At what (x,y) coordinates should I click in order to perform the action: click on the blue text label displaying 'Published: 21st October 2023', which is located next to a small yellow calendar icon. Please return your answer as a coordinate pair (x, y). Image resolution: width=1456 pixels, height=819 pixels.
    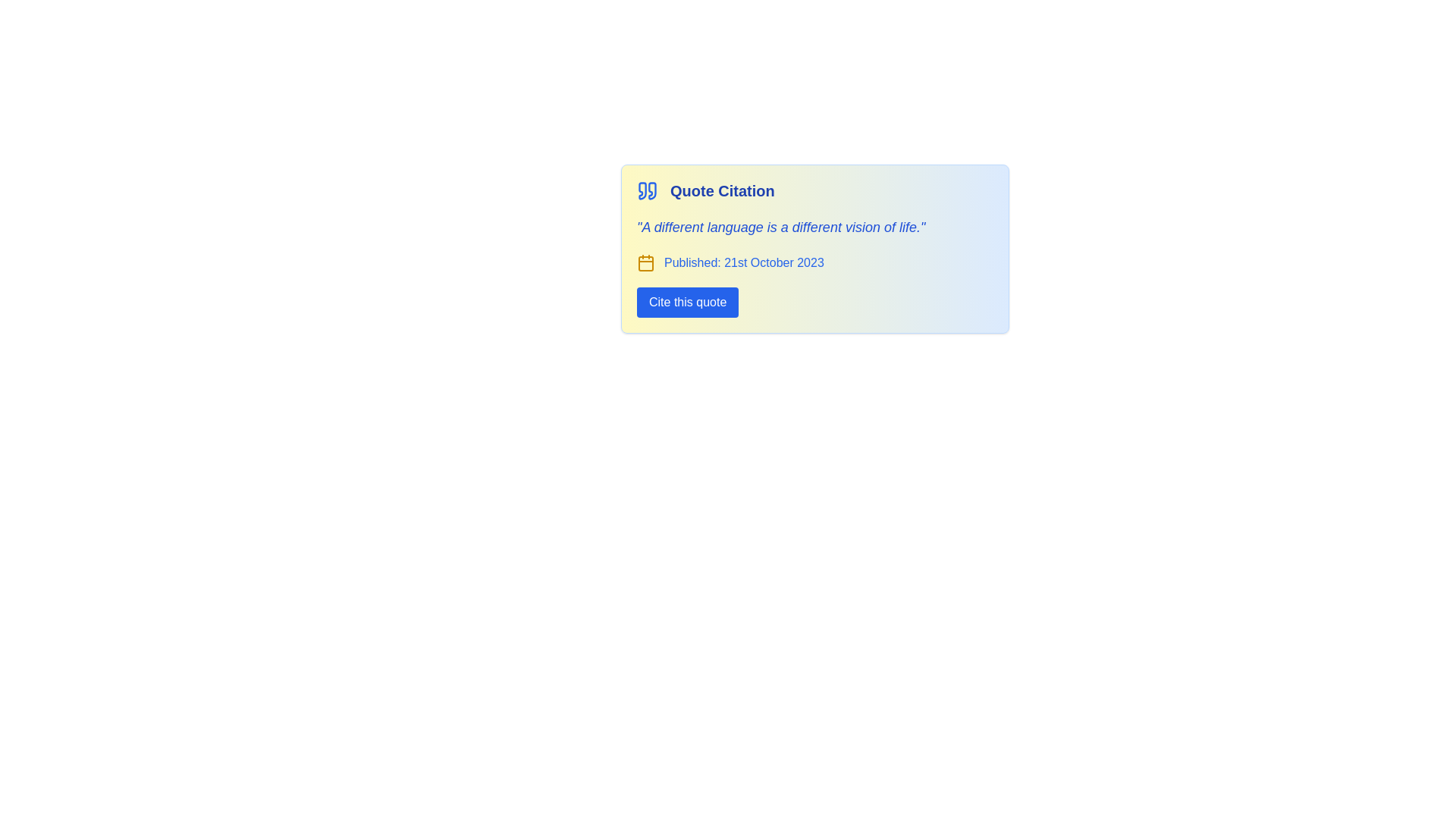
    Looking at the image, I should click on (744, 262).